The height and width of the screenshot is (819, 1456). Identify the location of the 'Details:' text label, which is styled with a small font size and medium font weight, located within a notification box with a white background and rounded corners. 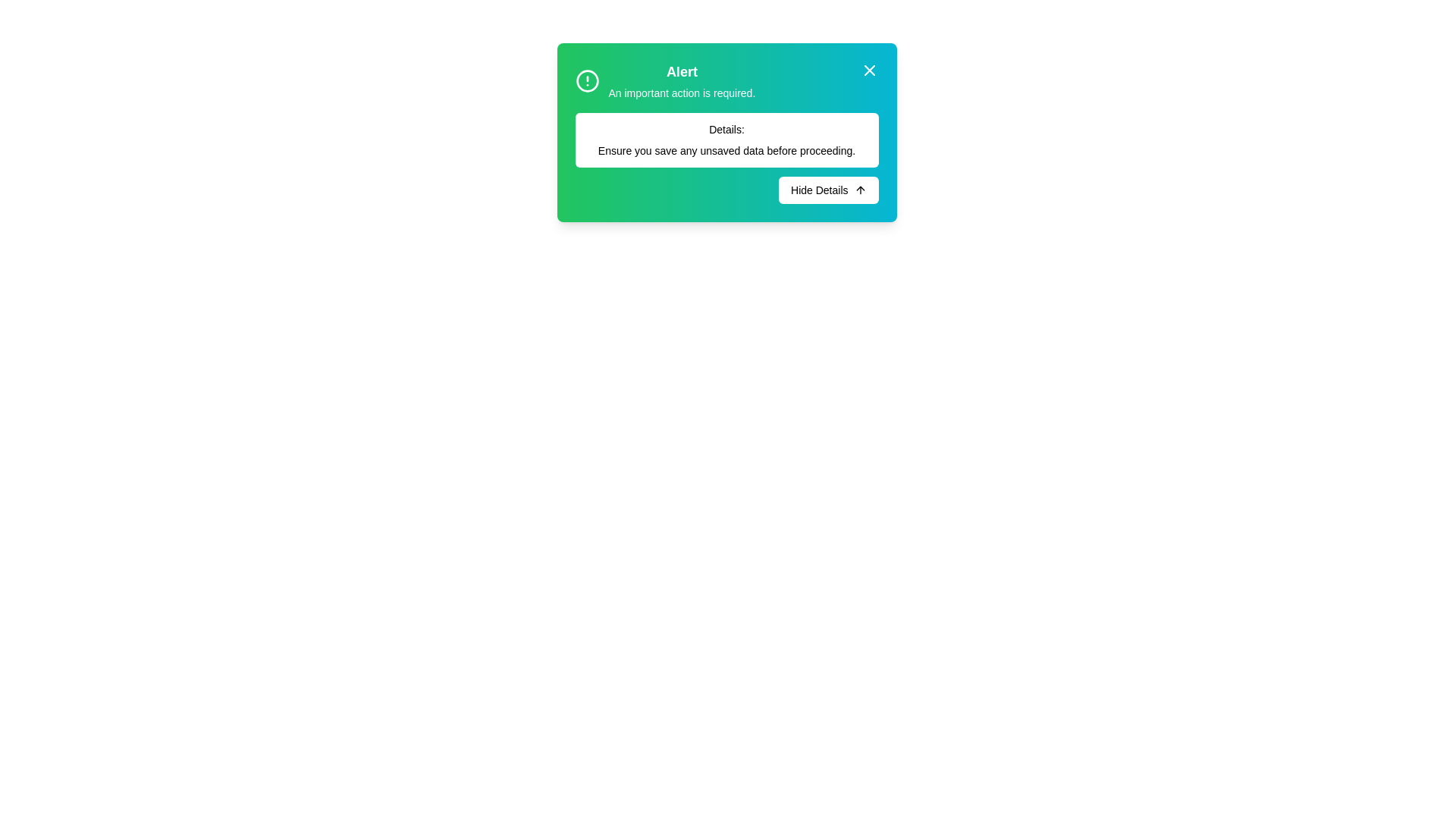
(726, 128).